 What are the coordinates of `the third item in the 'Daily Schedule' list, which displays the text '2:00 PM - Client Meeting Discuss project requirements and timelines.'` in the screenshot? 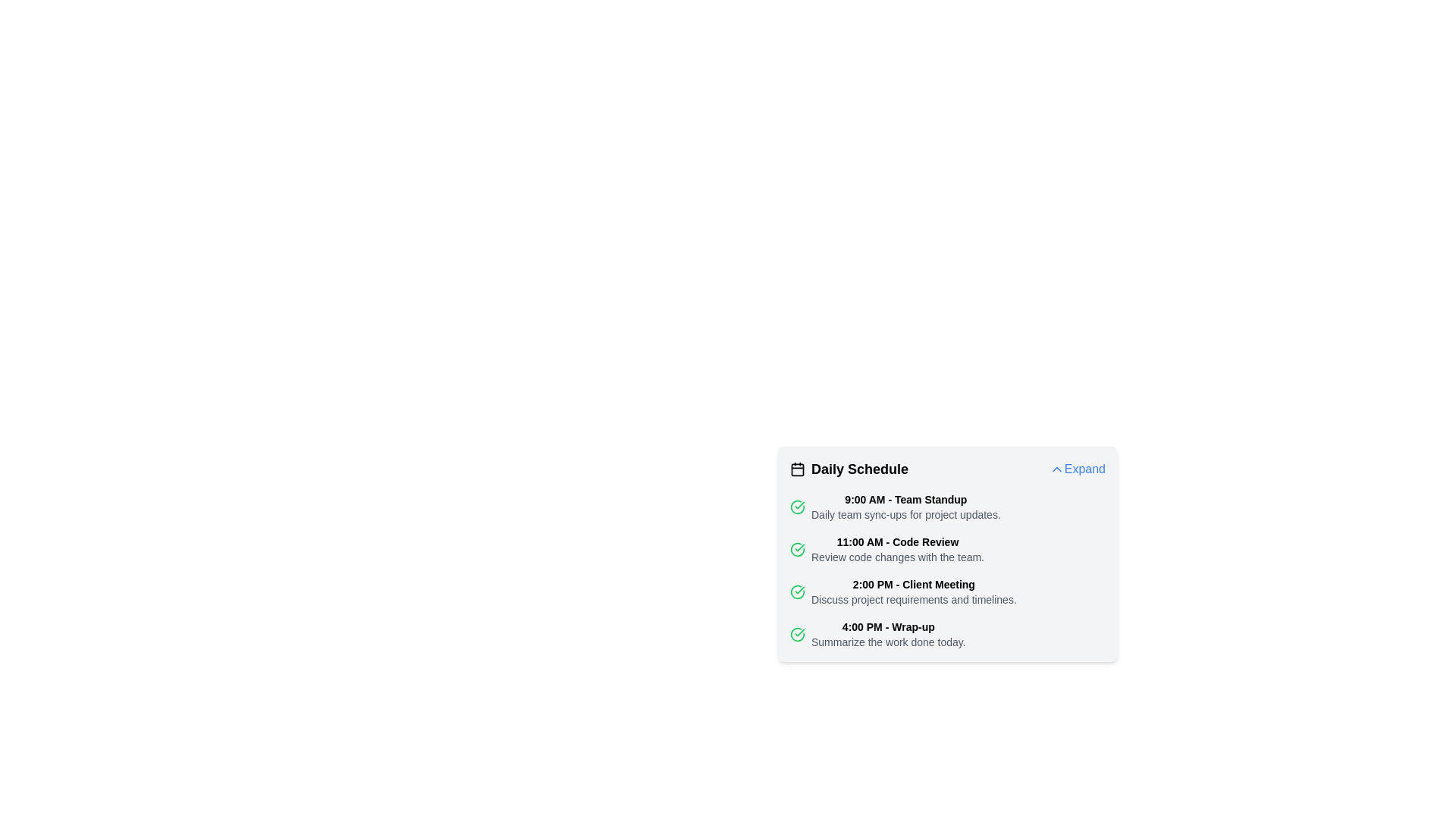 It's located at (913, 591).